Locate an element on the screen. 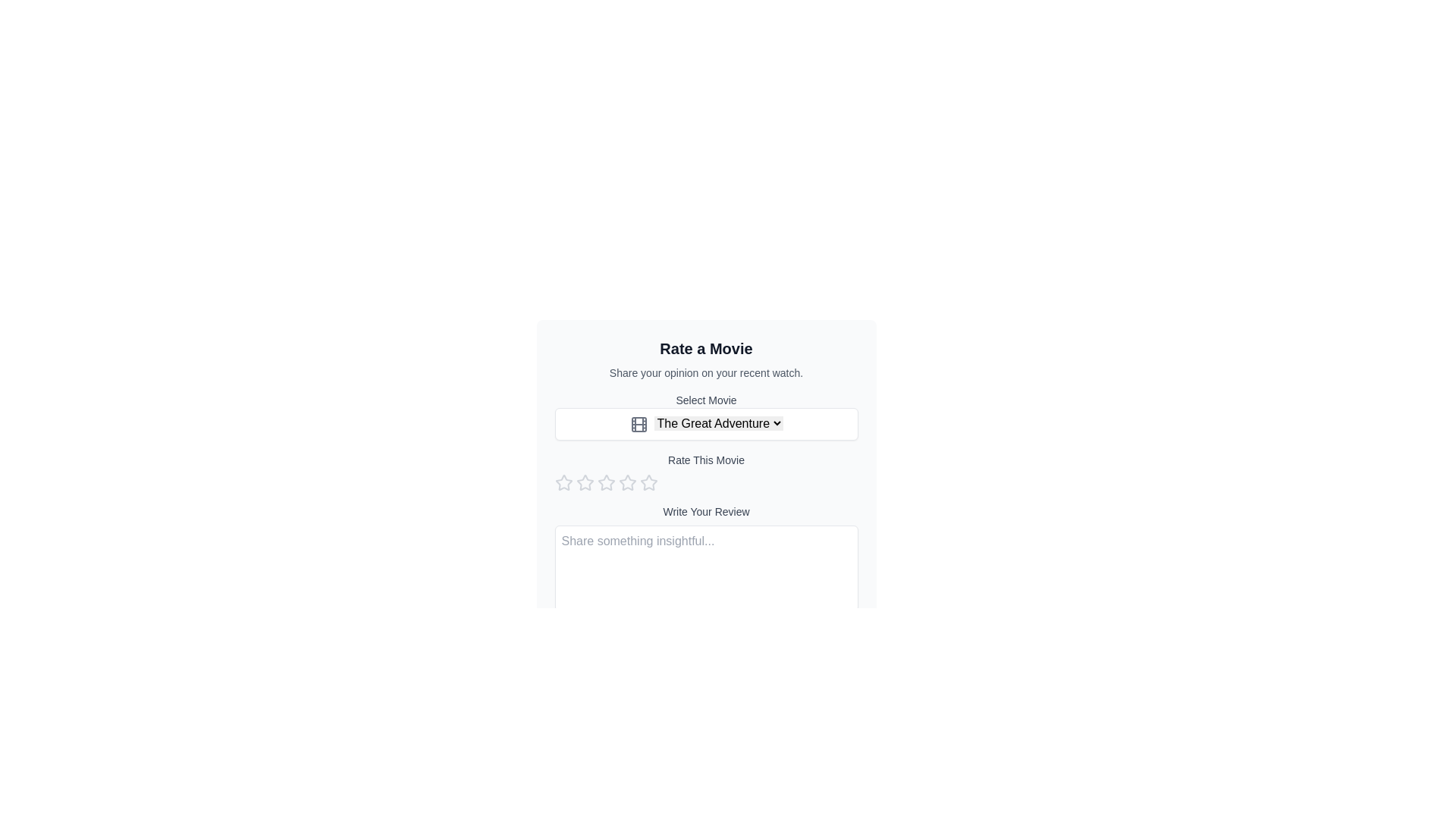 The height and width of the screenshot is (819, 1456). the second star rating button is located at coordinates (605, 482).